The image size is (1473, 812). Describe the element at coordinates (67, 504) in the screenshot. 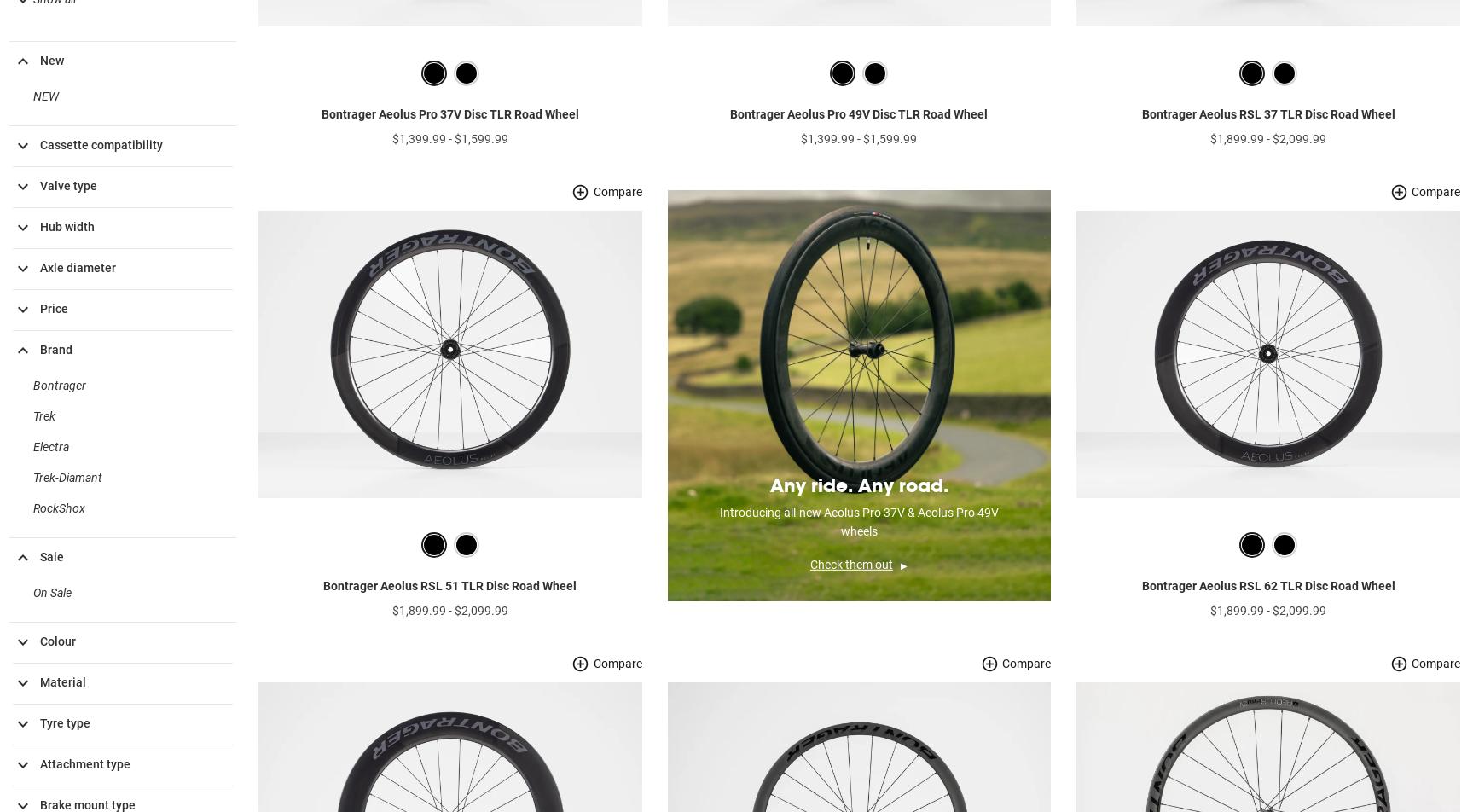

I see `'Trek-Diamant'` at that location.